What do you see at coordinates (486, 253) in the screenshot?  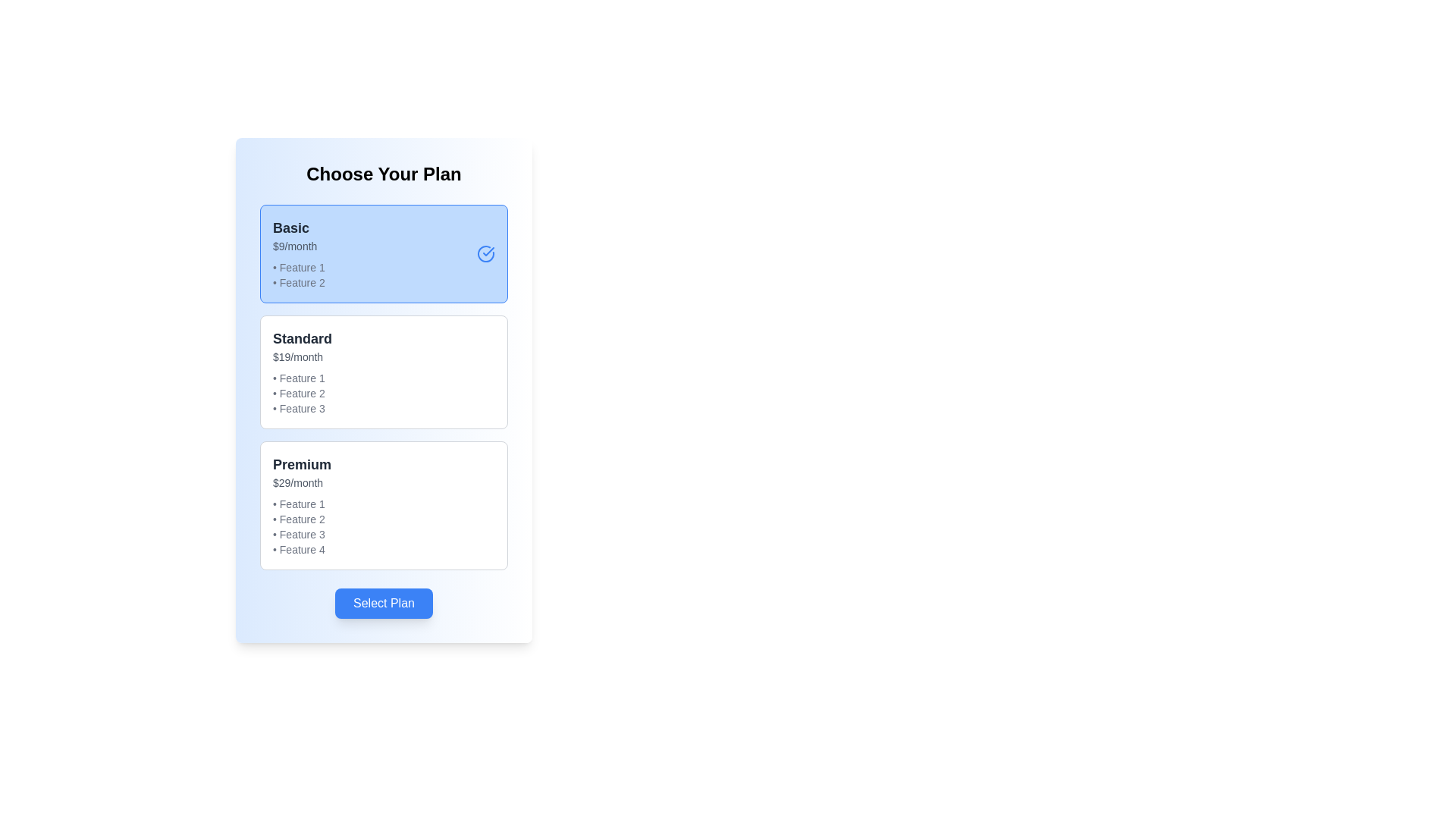 I see `the blue circular icon with a checkmark inside, located in the top-right corner of the blue-bordered card labeled 'Basic $9/month'` at bounding box center [486, 253].